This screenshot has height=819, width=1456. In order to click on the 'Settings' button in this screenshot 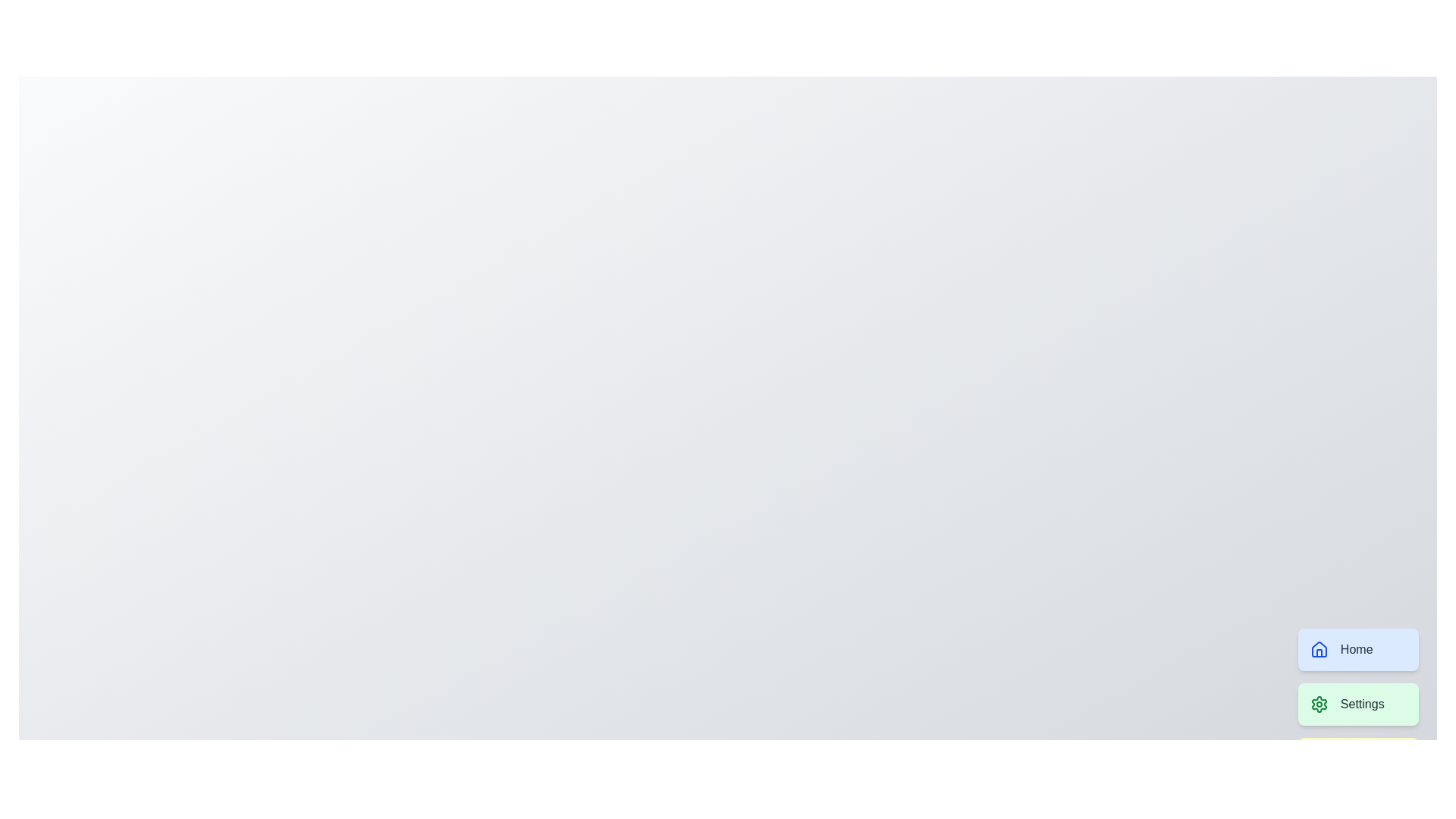, I will do `click(1357, 704)`.